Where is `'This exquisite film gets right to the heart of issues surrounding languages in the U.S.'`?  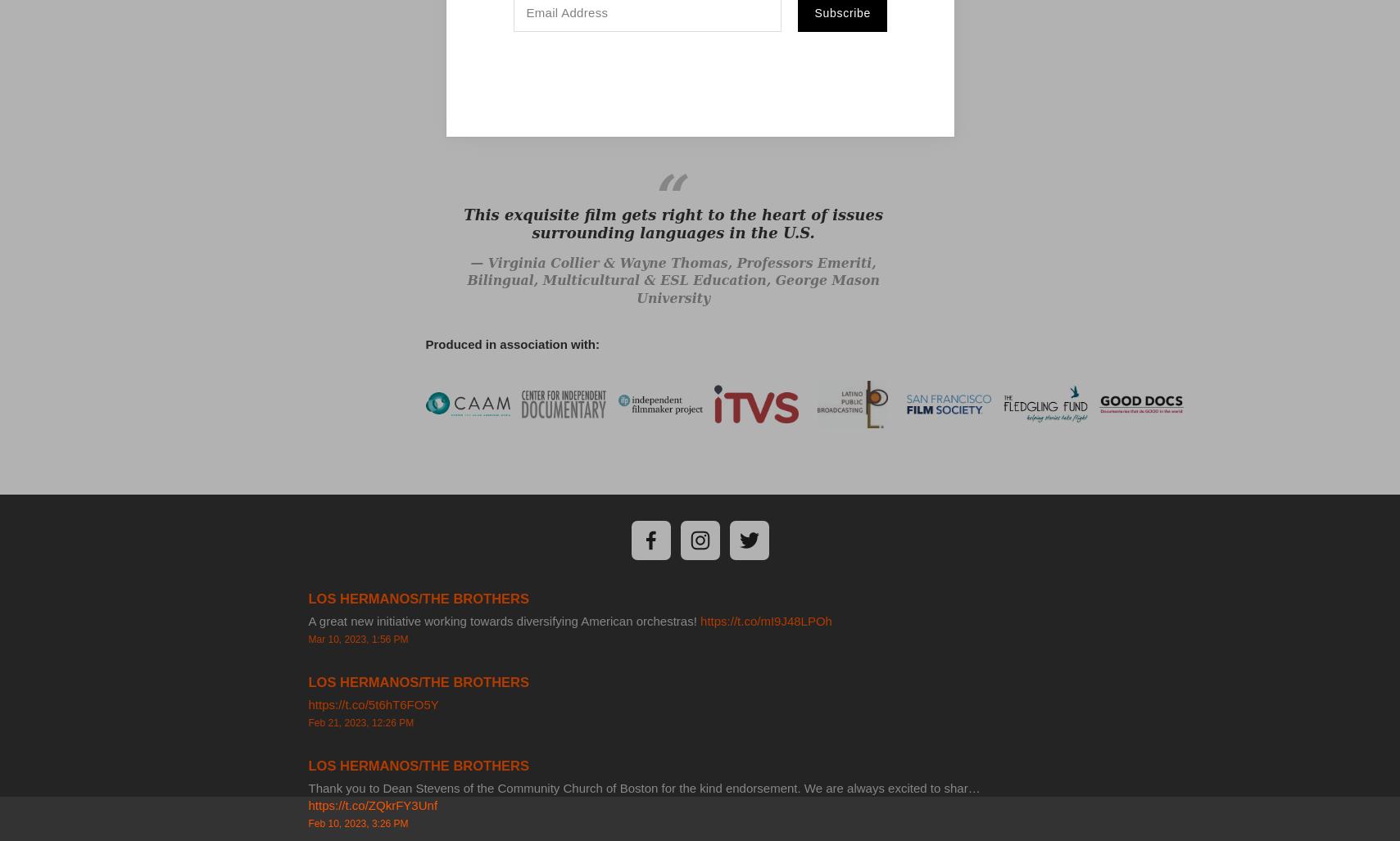
'This exquisite film gets right to the heart of issues surrounding languages in the U.S.' is located at coordinates (463, 223).